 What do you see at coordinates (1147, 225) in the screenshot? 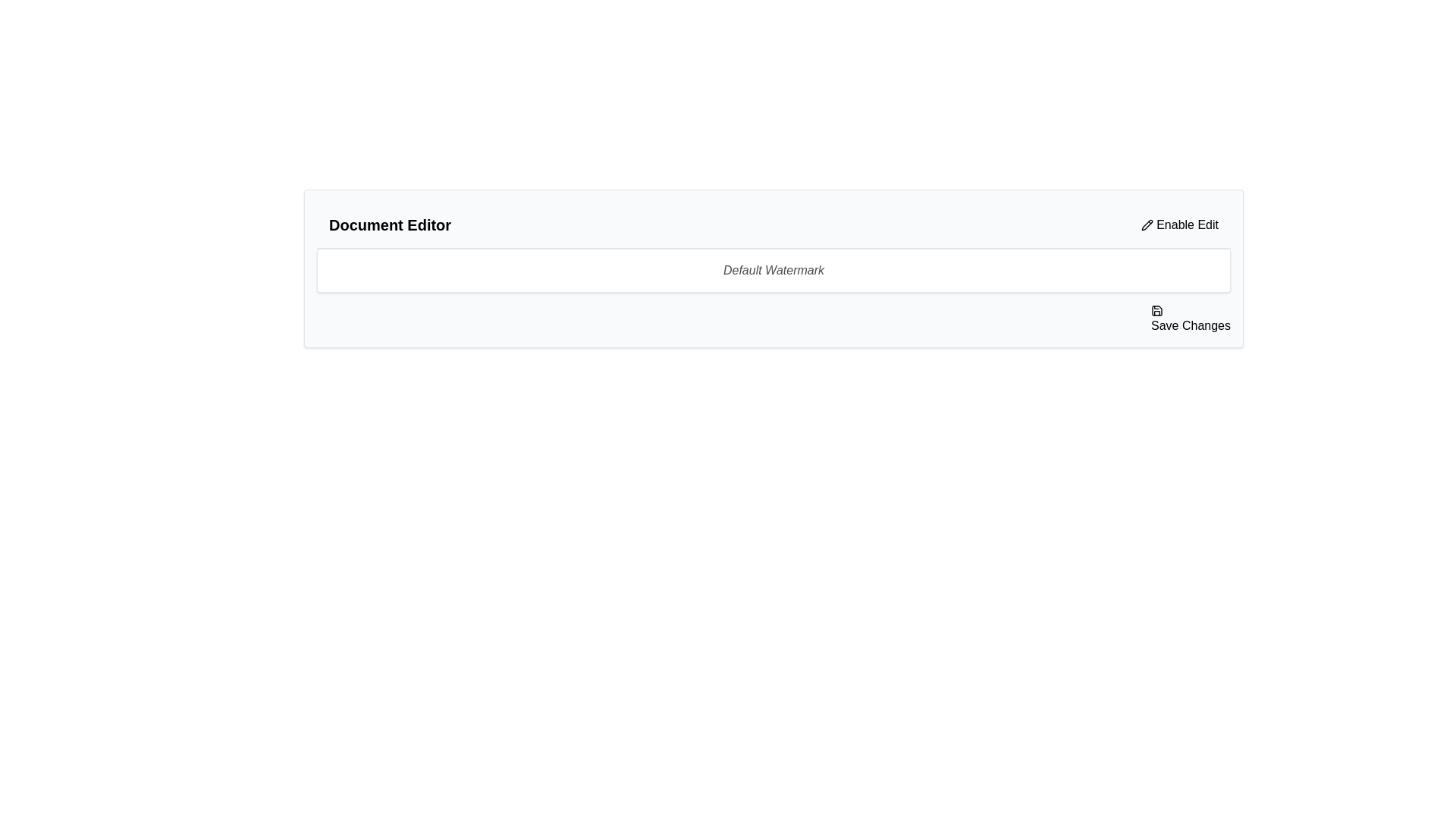
I see `the pencil-shaped icon located to the left of the 'Enable Edit' text within the button` at bounding box center [1147, 225].